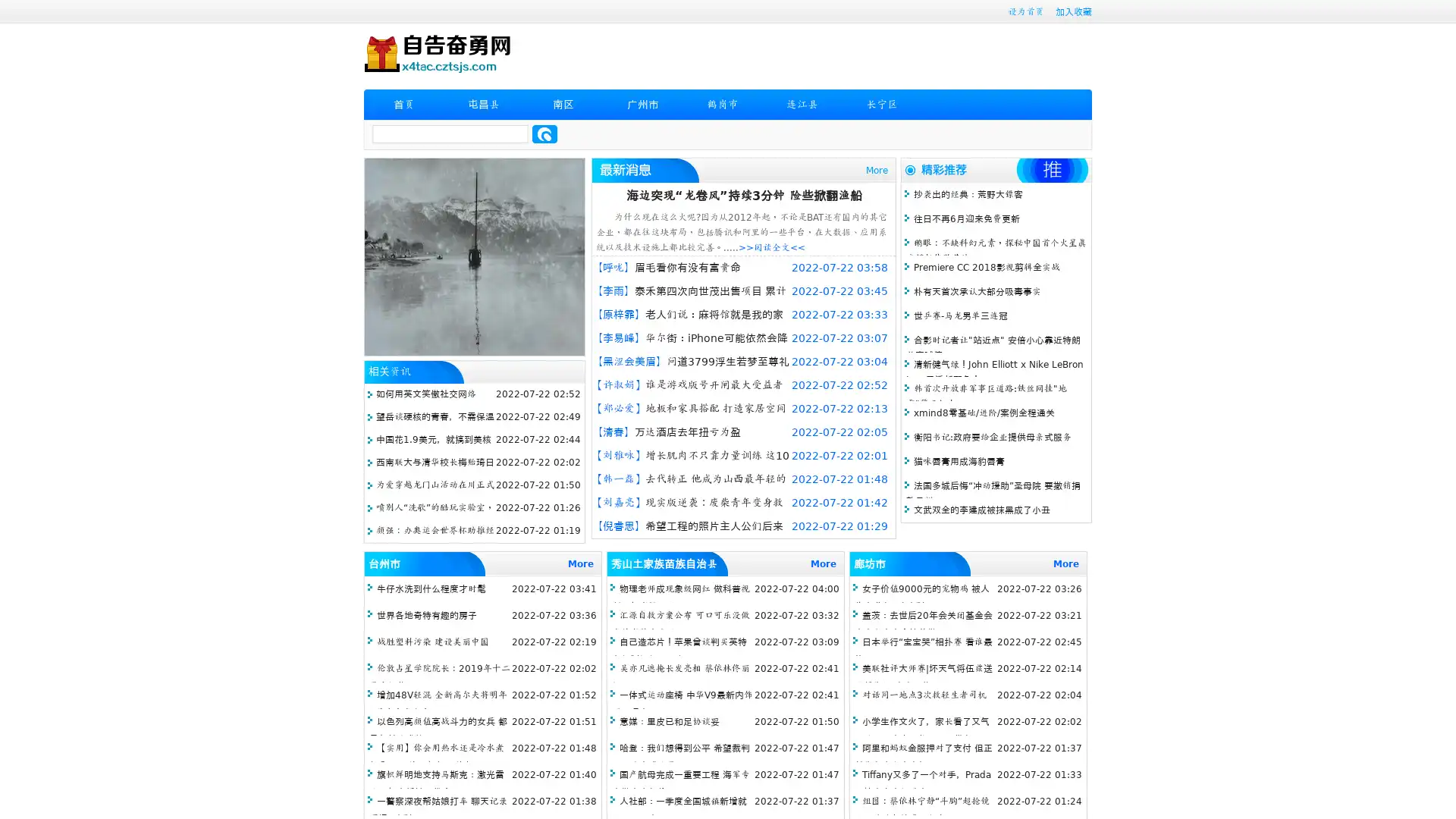  I want to click on Search, so click(544, 133).